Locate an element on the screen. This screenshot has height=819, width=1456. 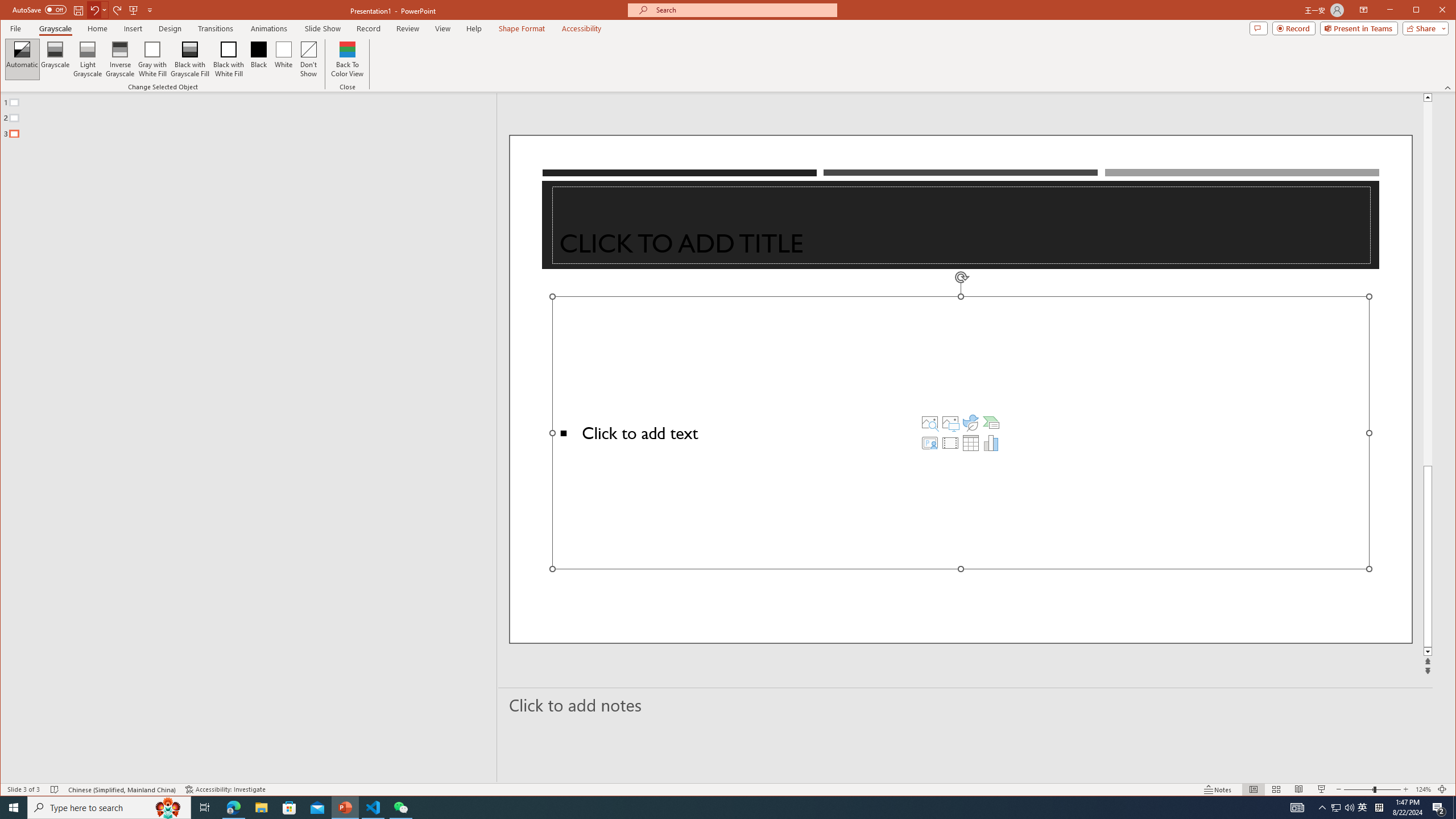
'Insert an Icon' is located at coordinates (971, 422).